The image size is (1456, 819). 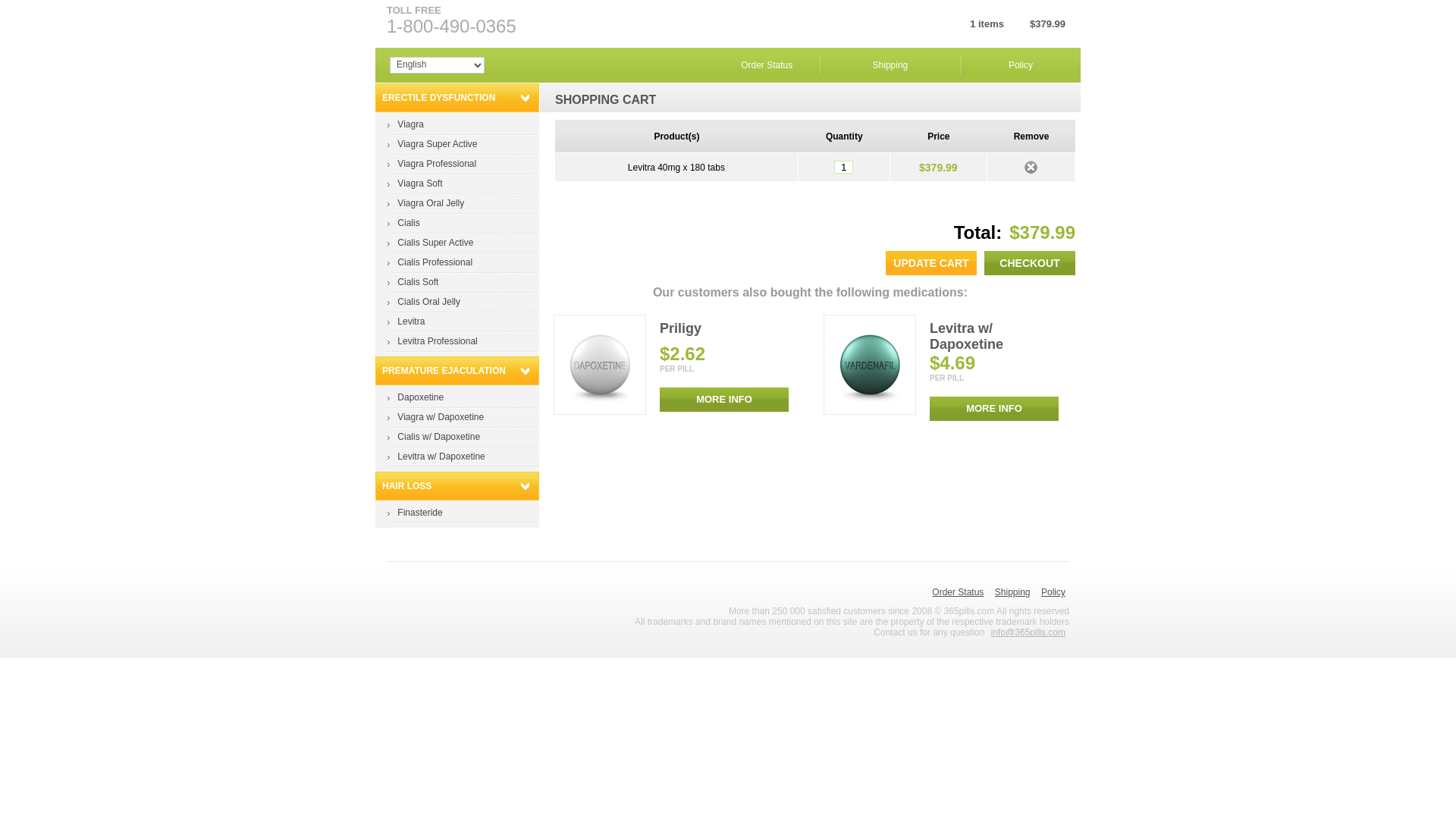 What do you see at coordinates (767, 64) in the screenshot?
I see `'Order Status'` at bounding box center [767, 64].